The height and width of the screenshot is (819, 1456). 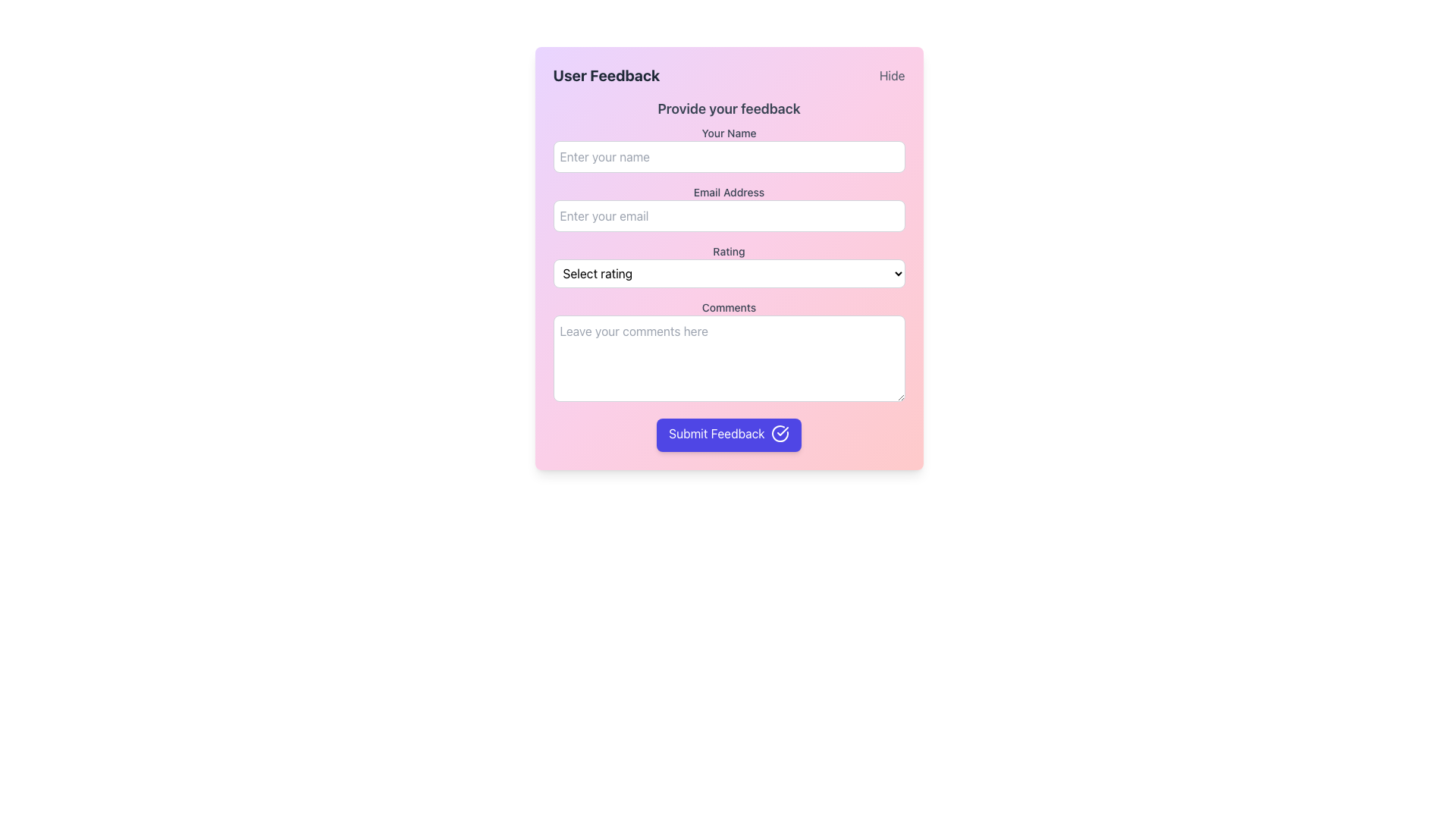 What do you see at coordinates (729, 192) in the screenshot?
I see `the text label reading 'Email Address', which is styled in gray and positioned above the email input field in the feedback form` at bounding box center [729, 192].